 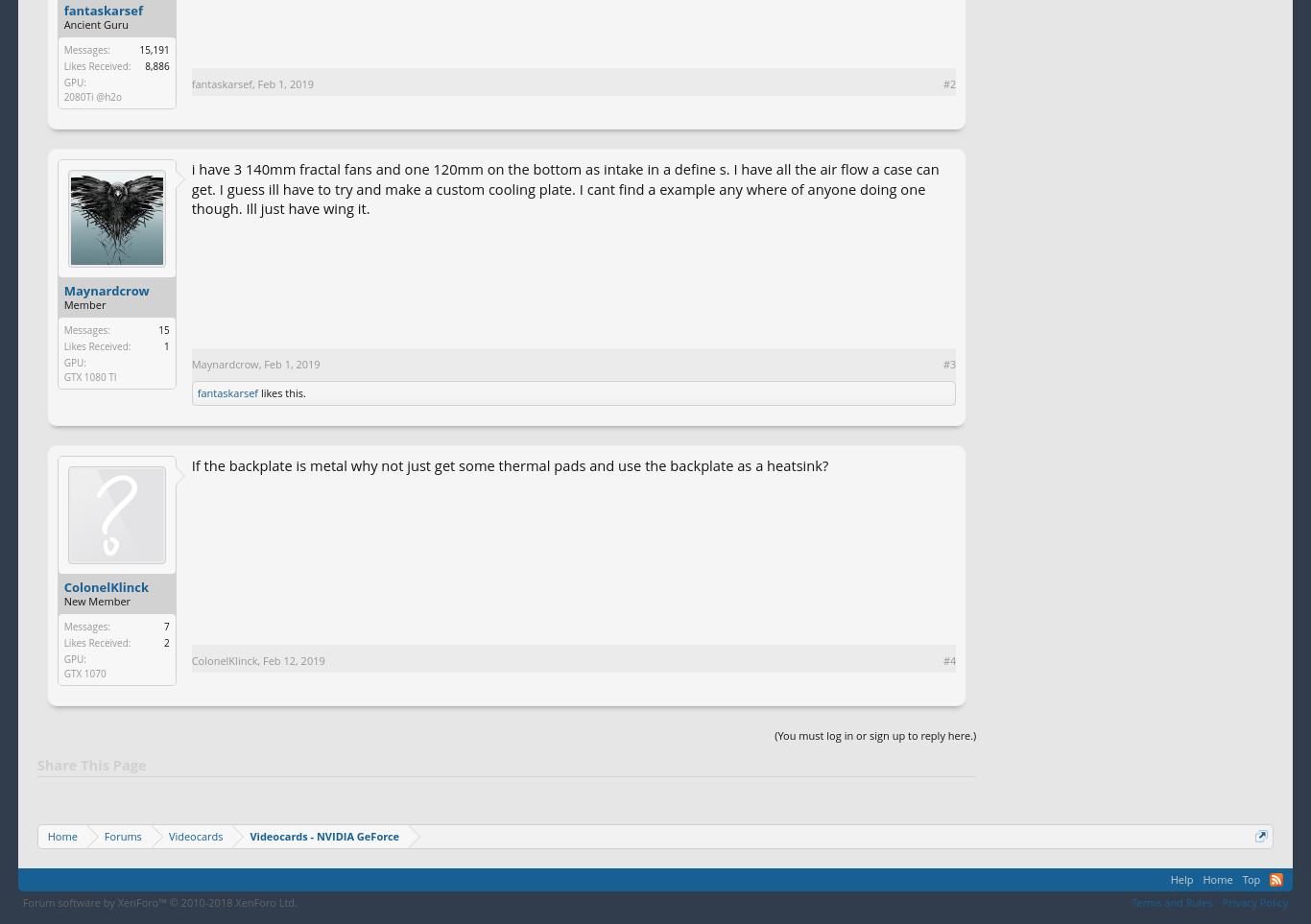 What do you see at coordinates (293, 660) in the screenshot?
I see `'Feb 12, 2019'` at bounding box center [293, 660].